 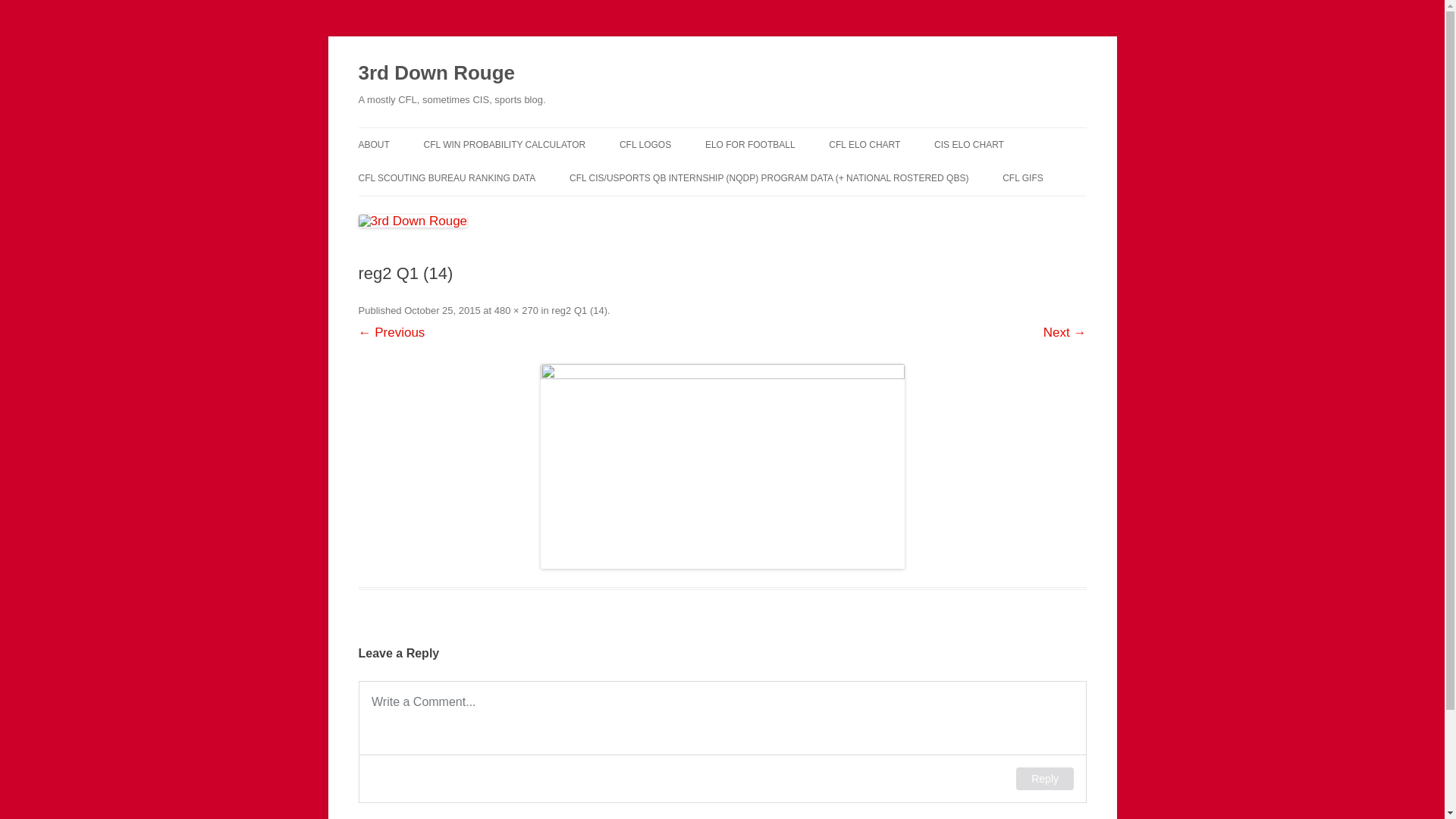 I want to click on 'CFL ELO CHART', so click(x=864, y=145).